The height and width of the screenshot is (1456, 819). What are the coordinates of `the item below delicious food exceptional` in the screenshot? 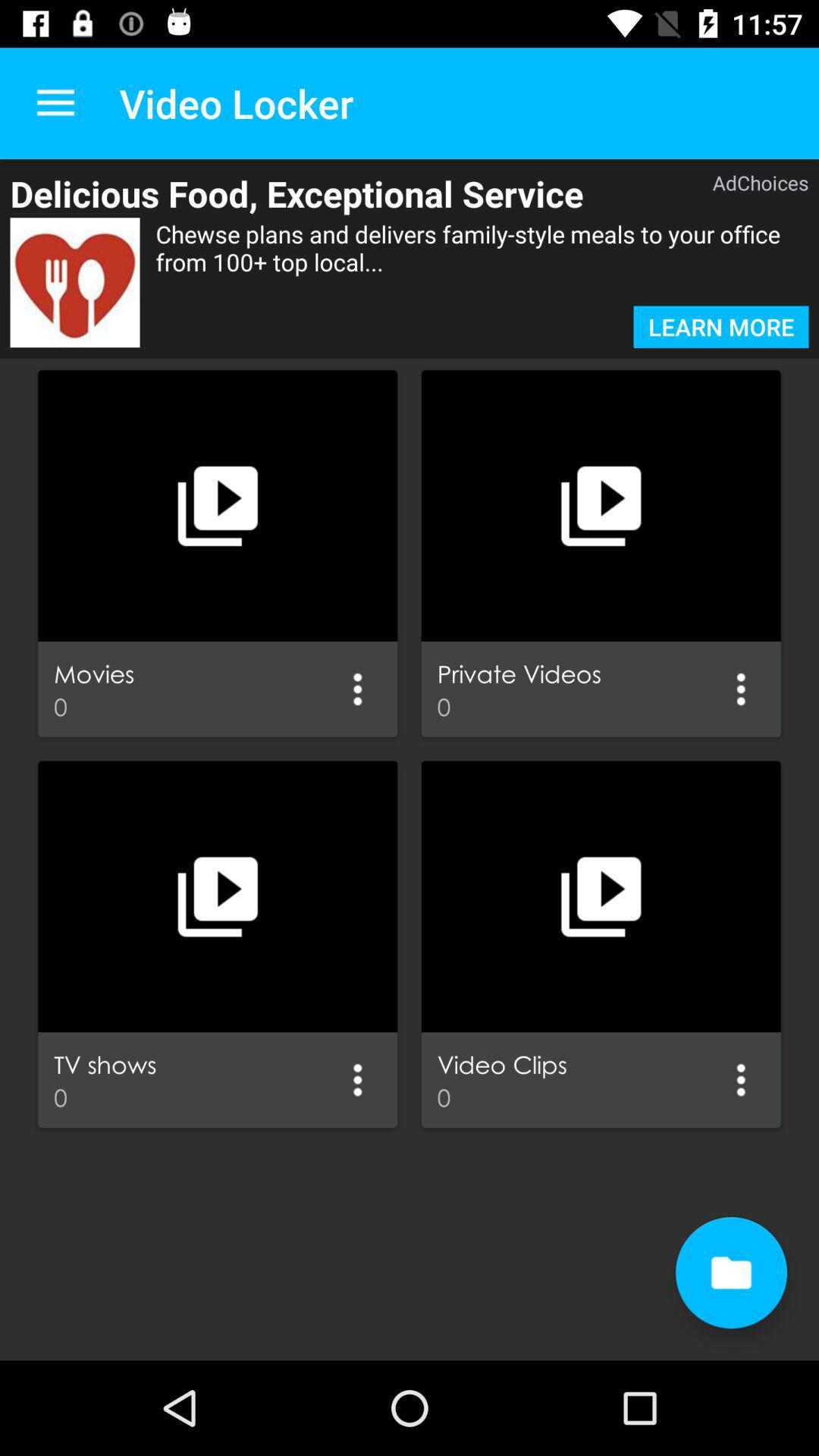 It's located at (482, 262).